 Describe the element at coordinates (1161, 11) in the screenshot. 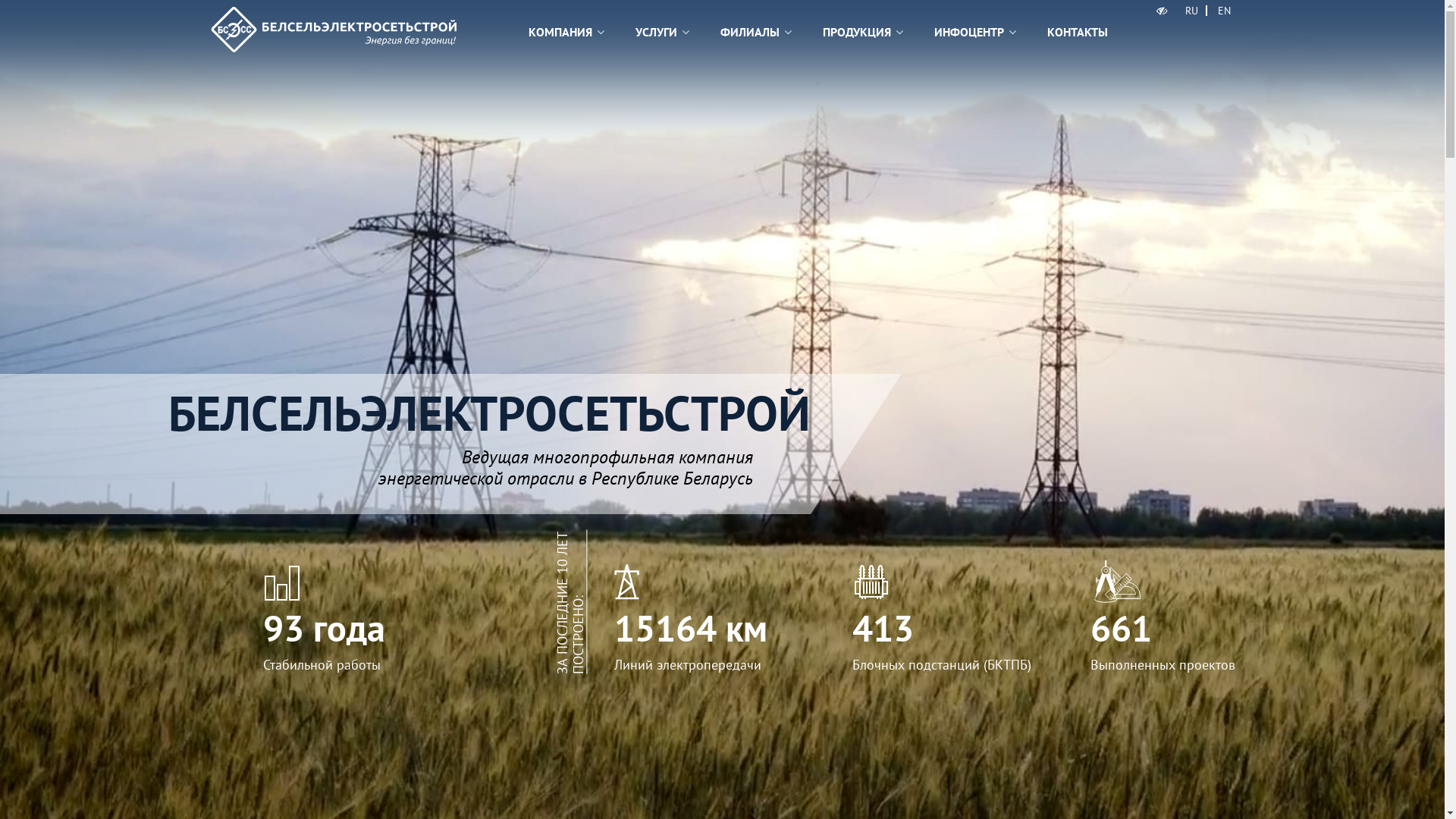

I see `' '` at that location.